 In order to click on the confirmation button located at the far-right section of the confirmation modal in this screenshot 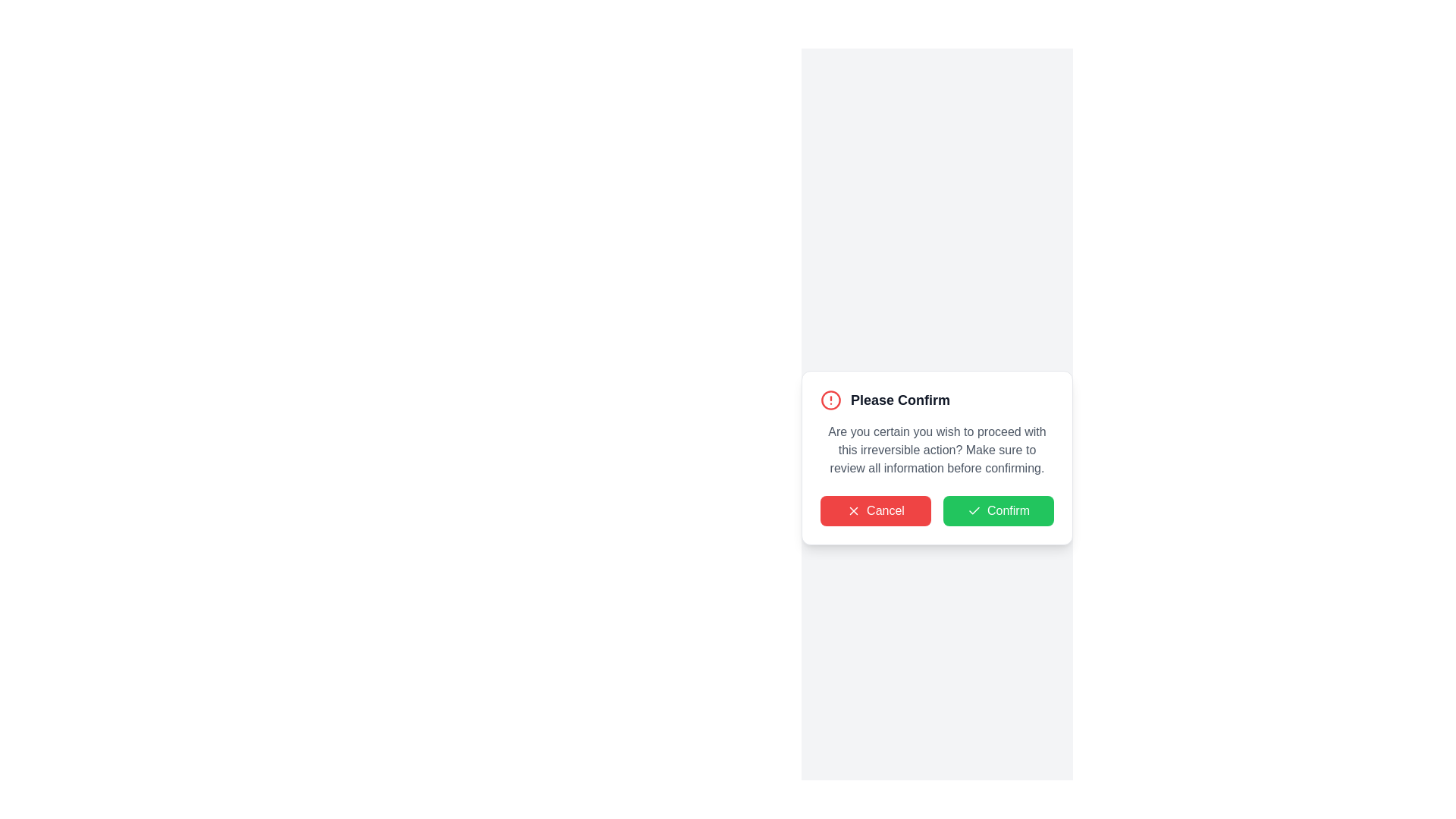, I will do `click(998, 511)`.